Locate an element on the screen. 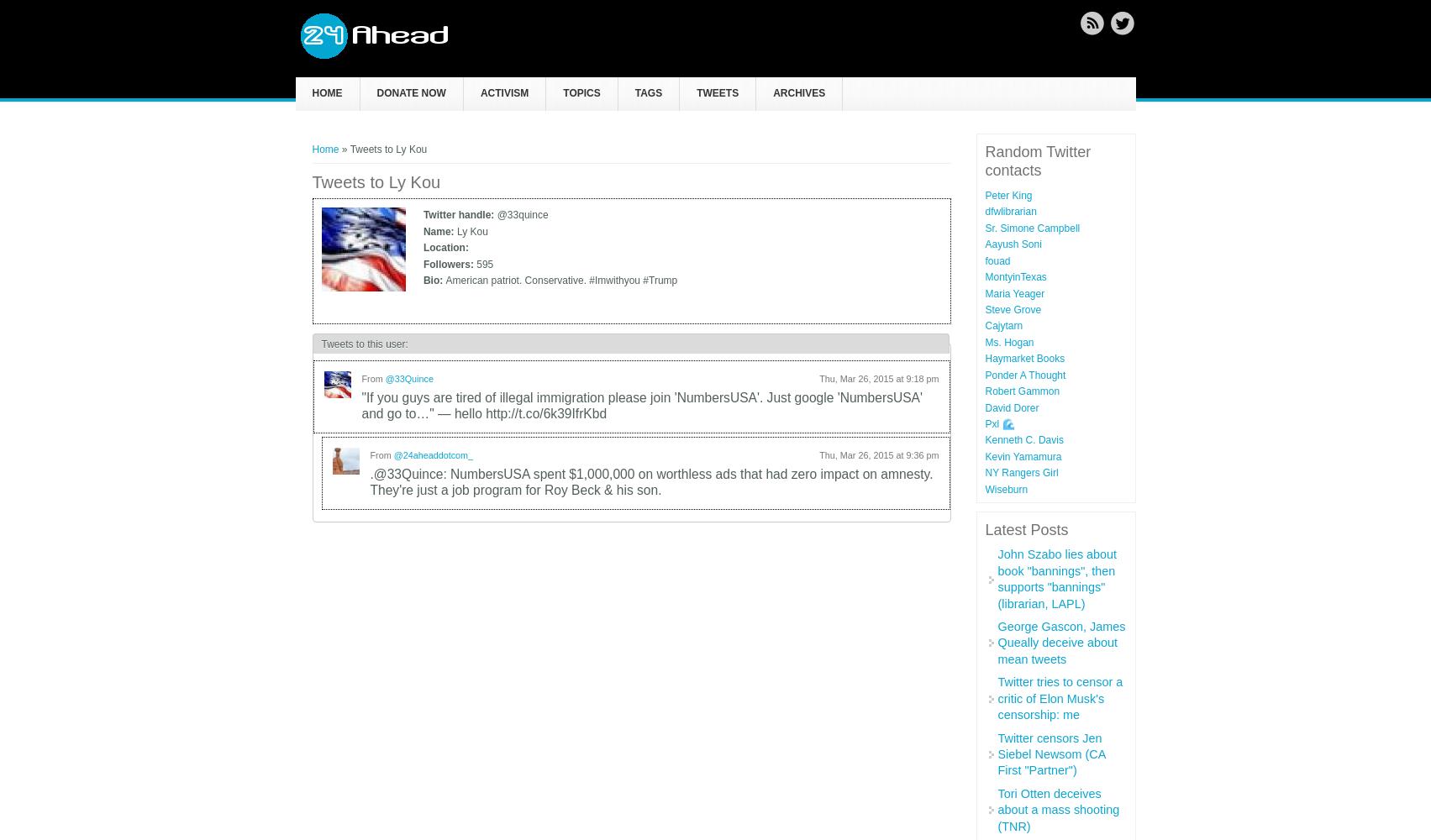 Image resolution: width=1431 pixels, height=840 pixels. 'Thu, Mar 26, 2015 at 9:18 pm' is located at coordinates (878, 377).